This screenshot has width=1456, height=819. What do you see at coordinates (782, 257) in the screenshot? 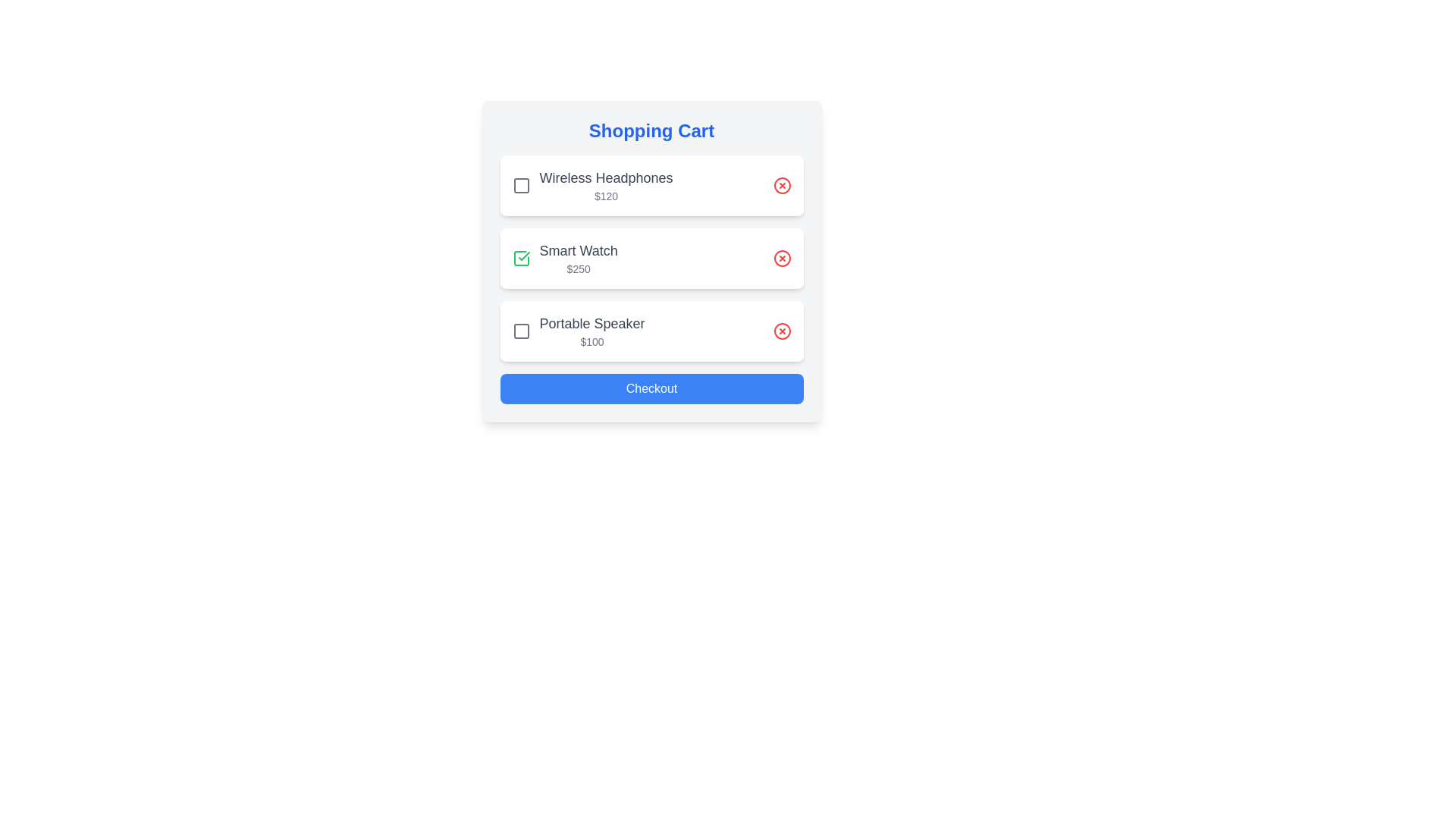
I see `remove button for the item Smart Watch` at bounding box center [782, 257].